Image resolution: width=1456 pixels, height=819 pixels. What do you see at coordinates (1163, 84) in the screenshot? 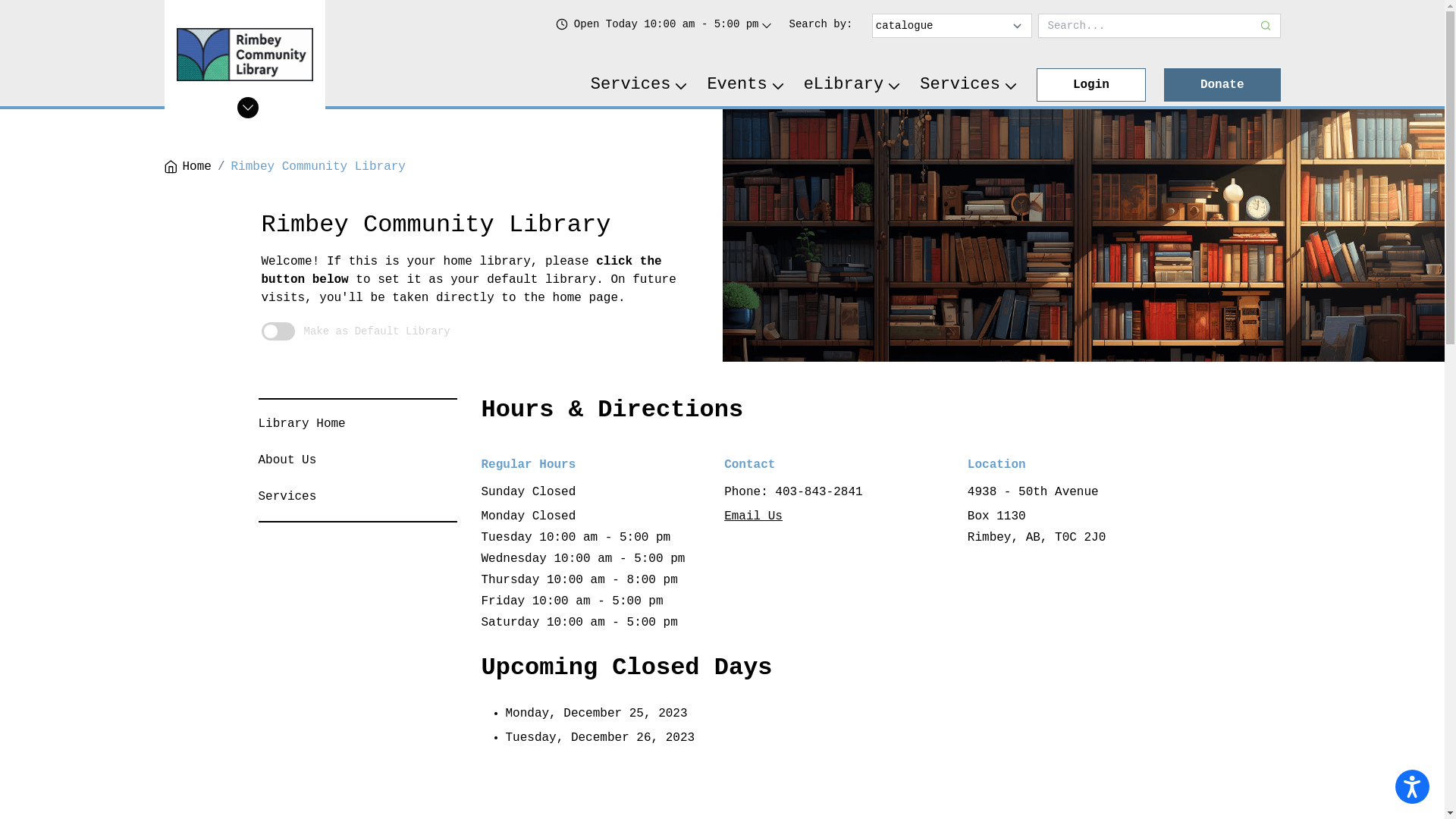
I see `'Donate'` at bounding box center [1163, 84].